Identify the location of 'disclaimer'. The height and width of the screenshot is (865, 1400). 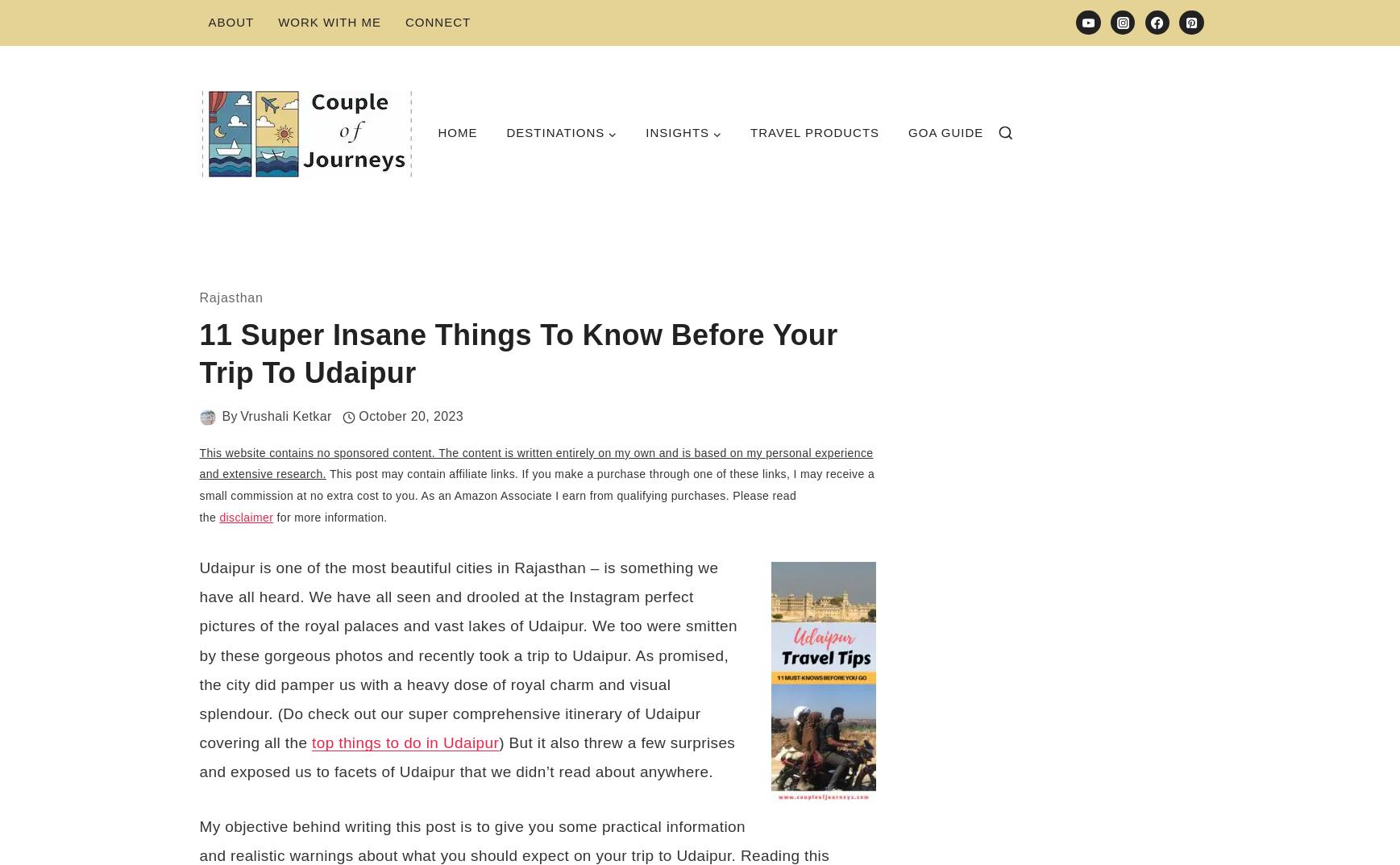
(218, 516).